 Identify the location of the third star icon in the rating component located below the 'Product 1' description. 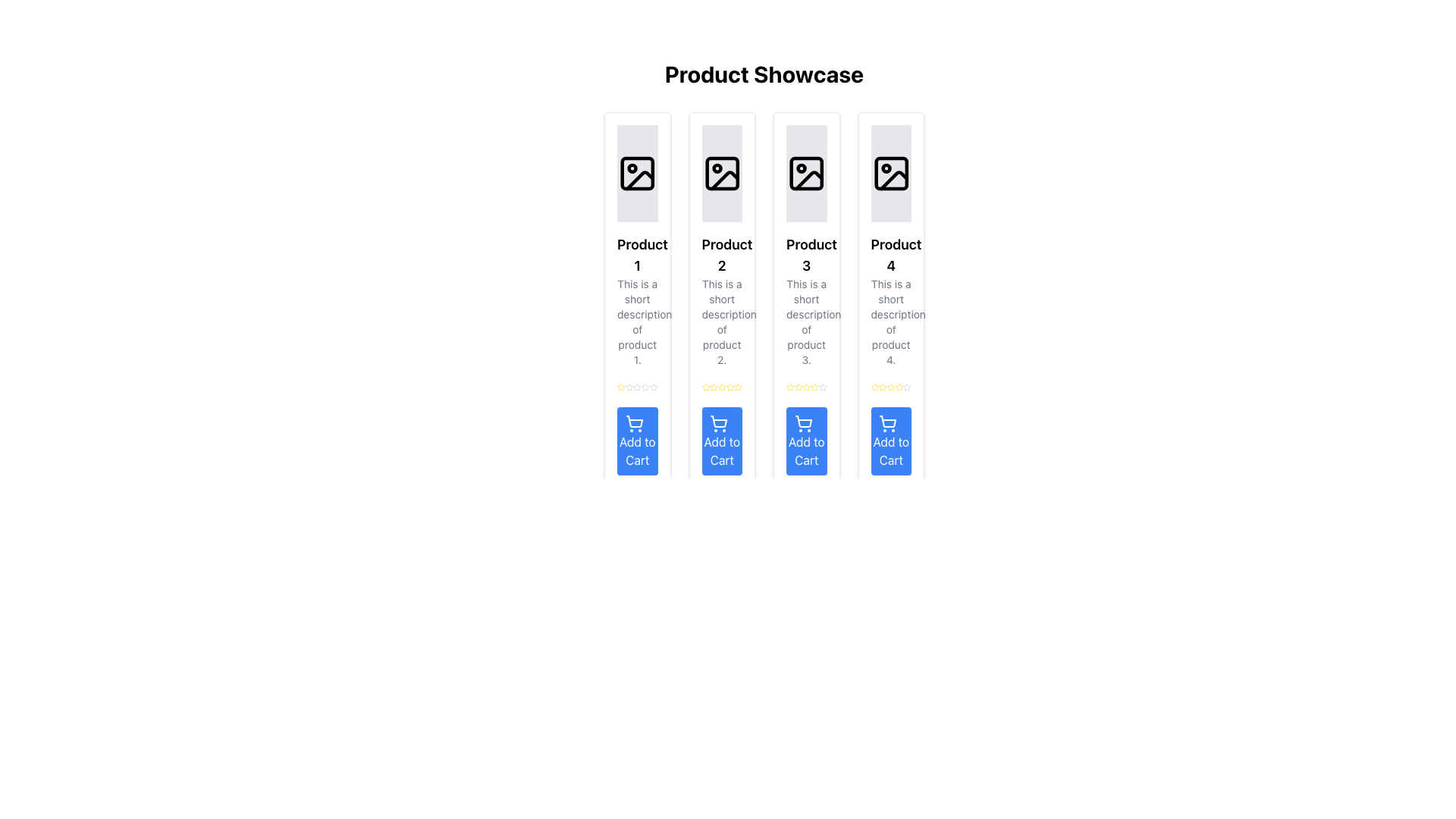
(629, 386).